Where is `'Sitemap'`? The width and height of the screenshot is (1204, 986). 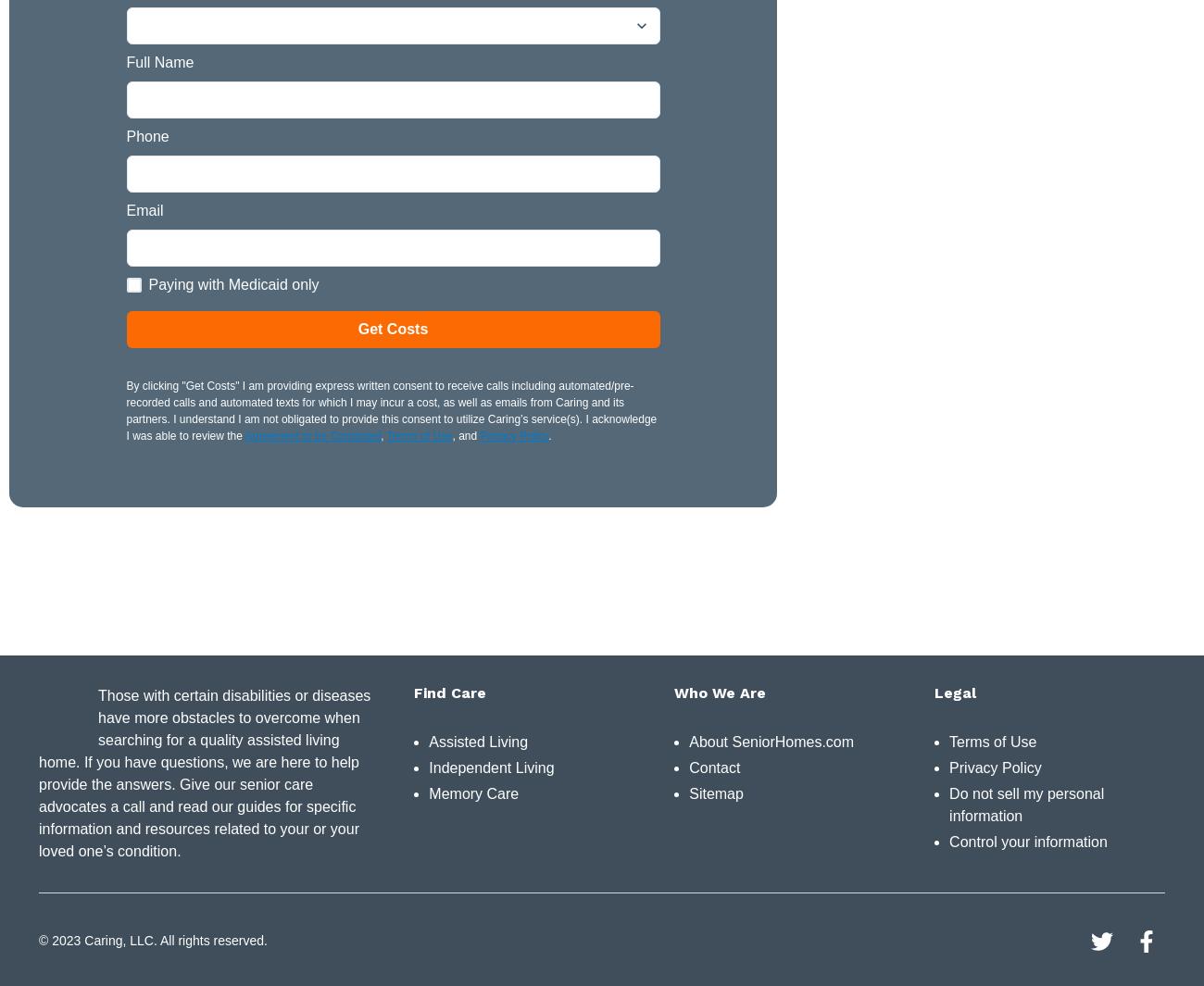
'Sitemap' is located at coordinates (714, 793).